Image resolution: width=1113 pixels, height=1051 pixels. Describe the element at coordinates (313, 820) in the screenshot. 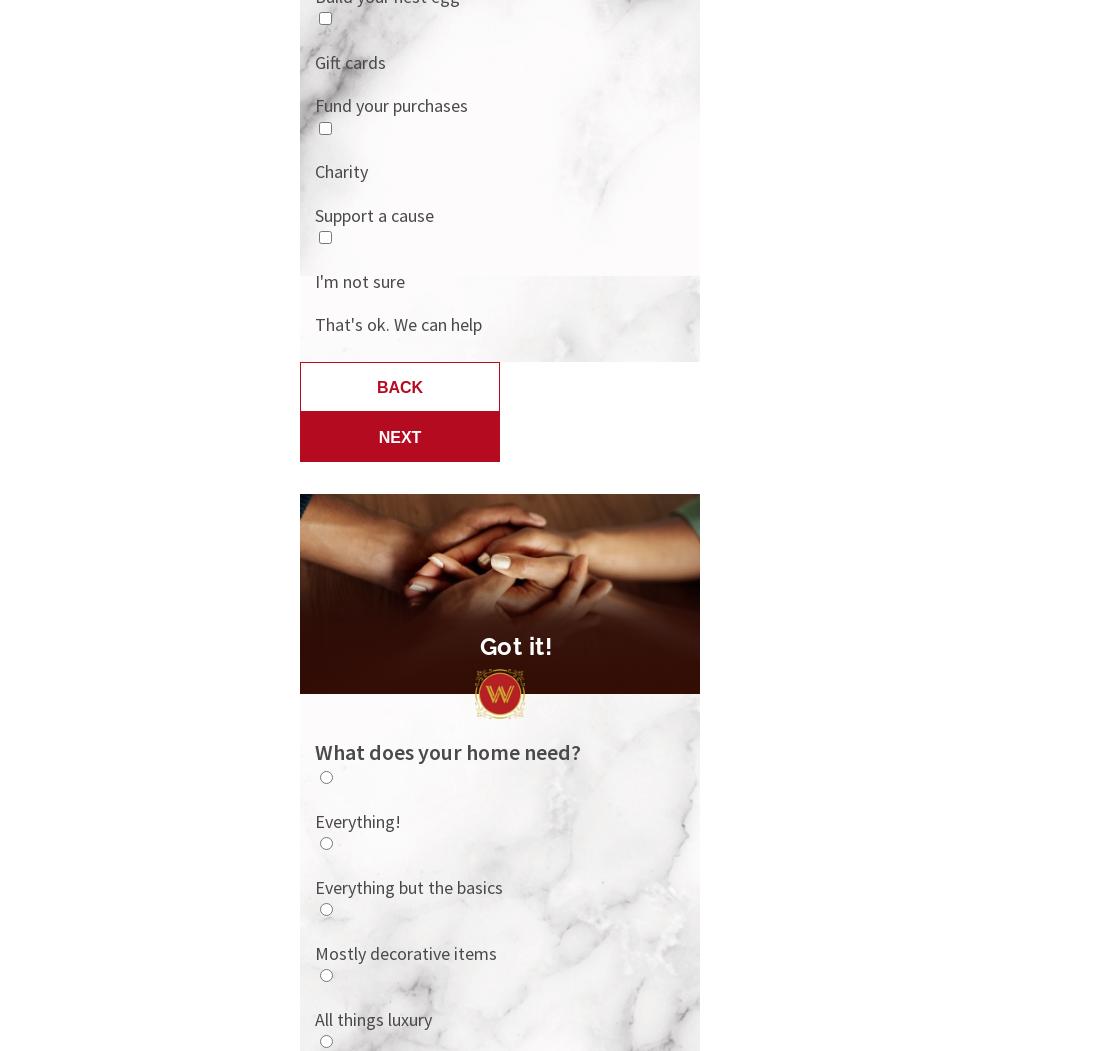

I see `'Everything!'` at that location.